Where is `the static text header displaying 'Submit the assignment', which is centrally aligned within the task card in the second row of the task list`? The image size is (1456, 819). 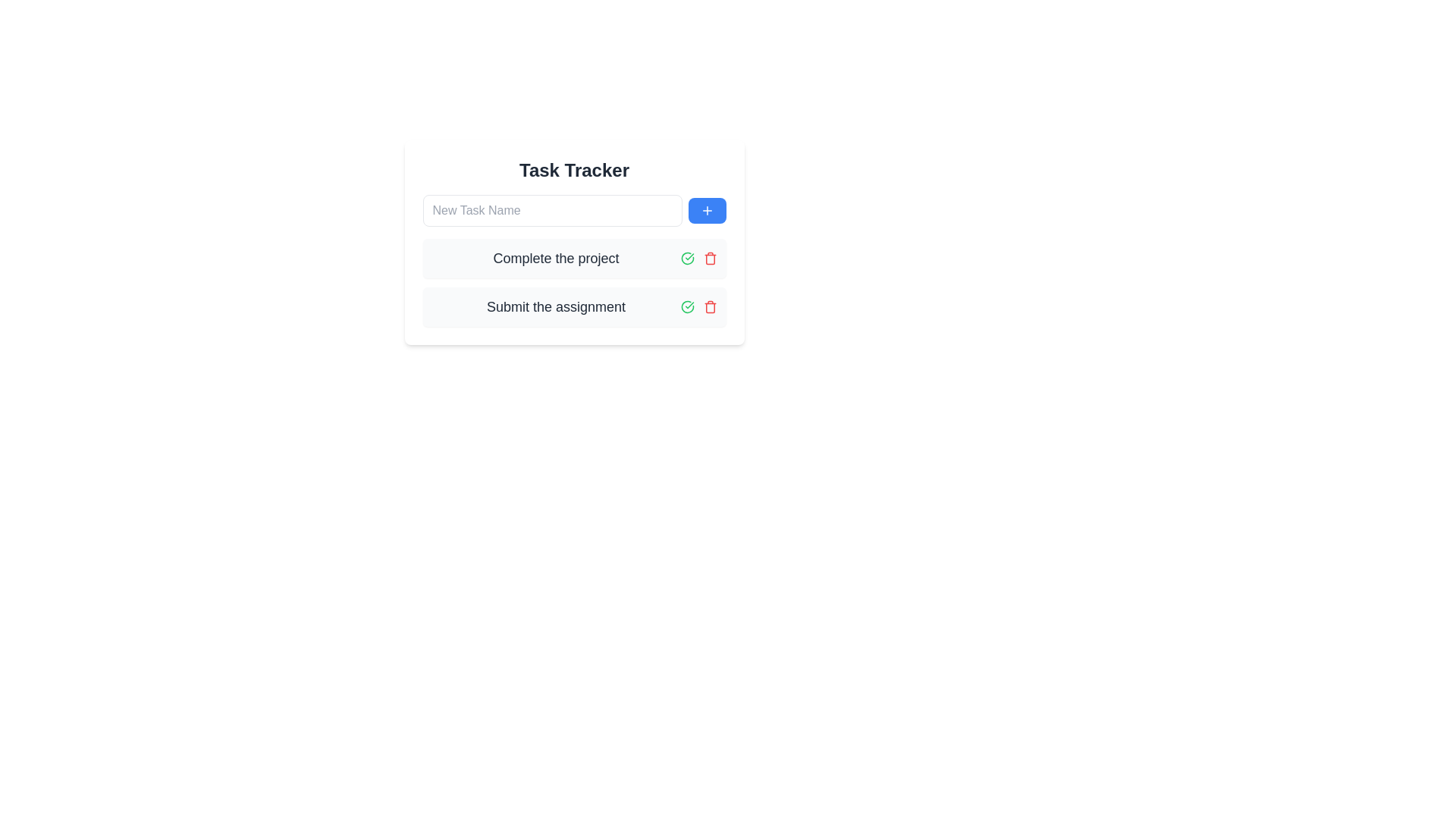
the static text header displaying 'Submit the assignment', which is centrally aligned within the task card in the second row of the task list is located at coordinates (555, 307).